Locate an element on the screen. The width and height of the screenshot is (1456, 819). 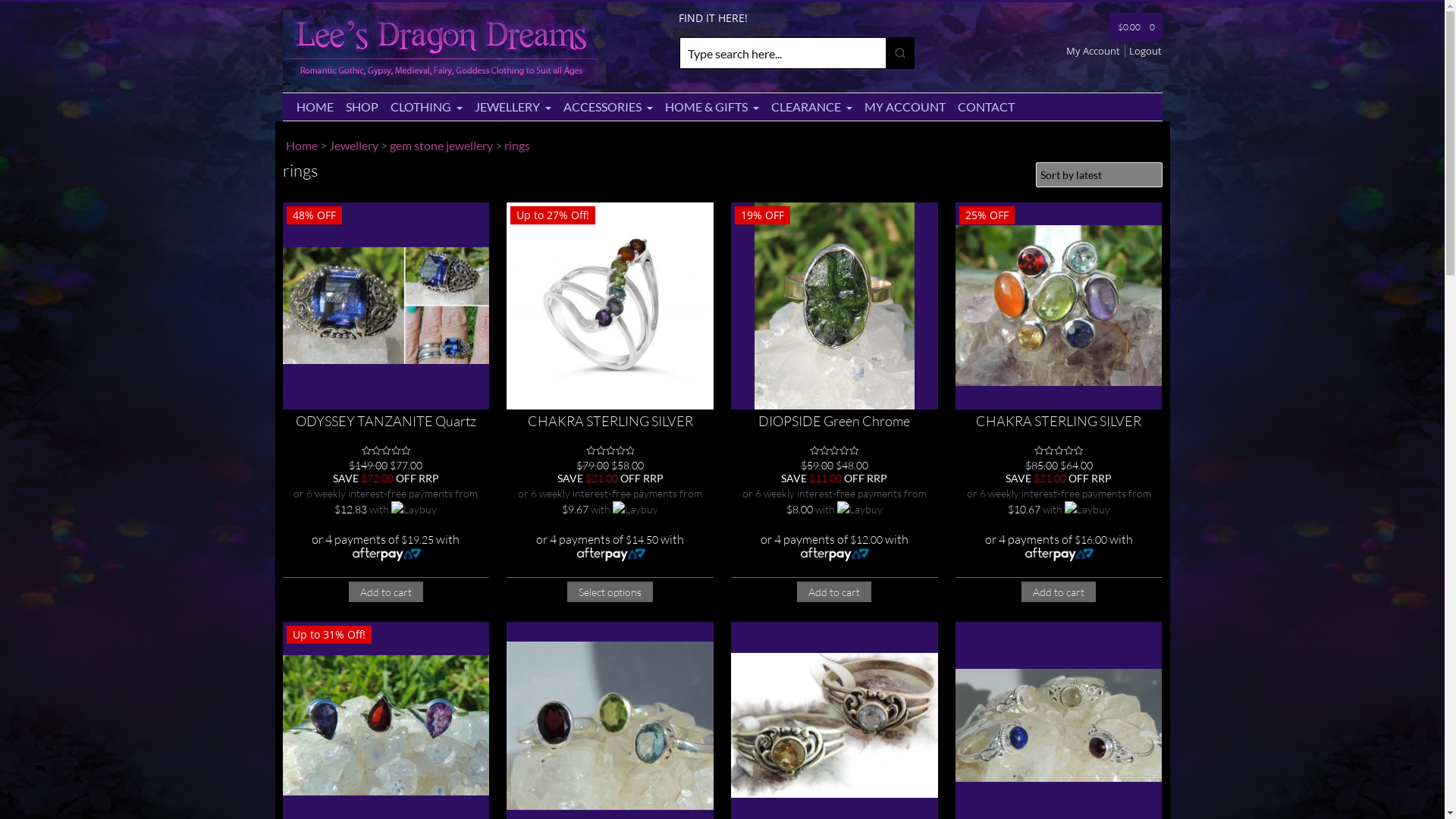
'CLOTHING' is located at coordinates (425, 106).